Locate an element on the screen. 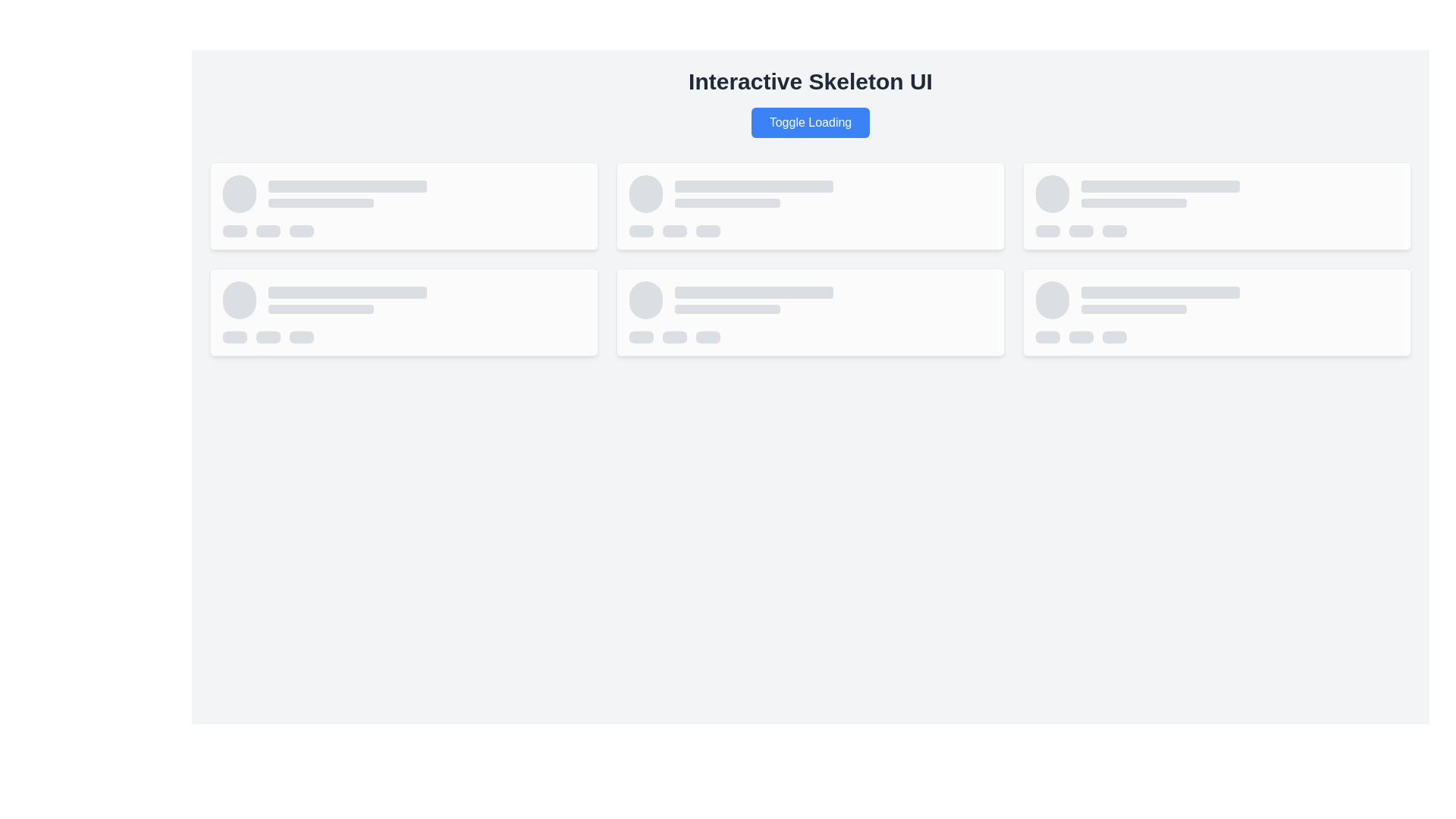  the static progress bar or placeholder bar located in the second row and third column of the grid, which serves as a non-interactive content placeholder is located at coordinates (347, 292).